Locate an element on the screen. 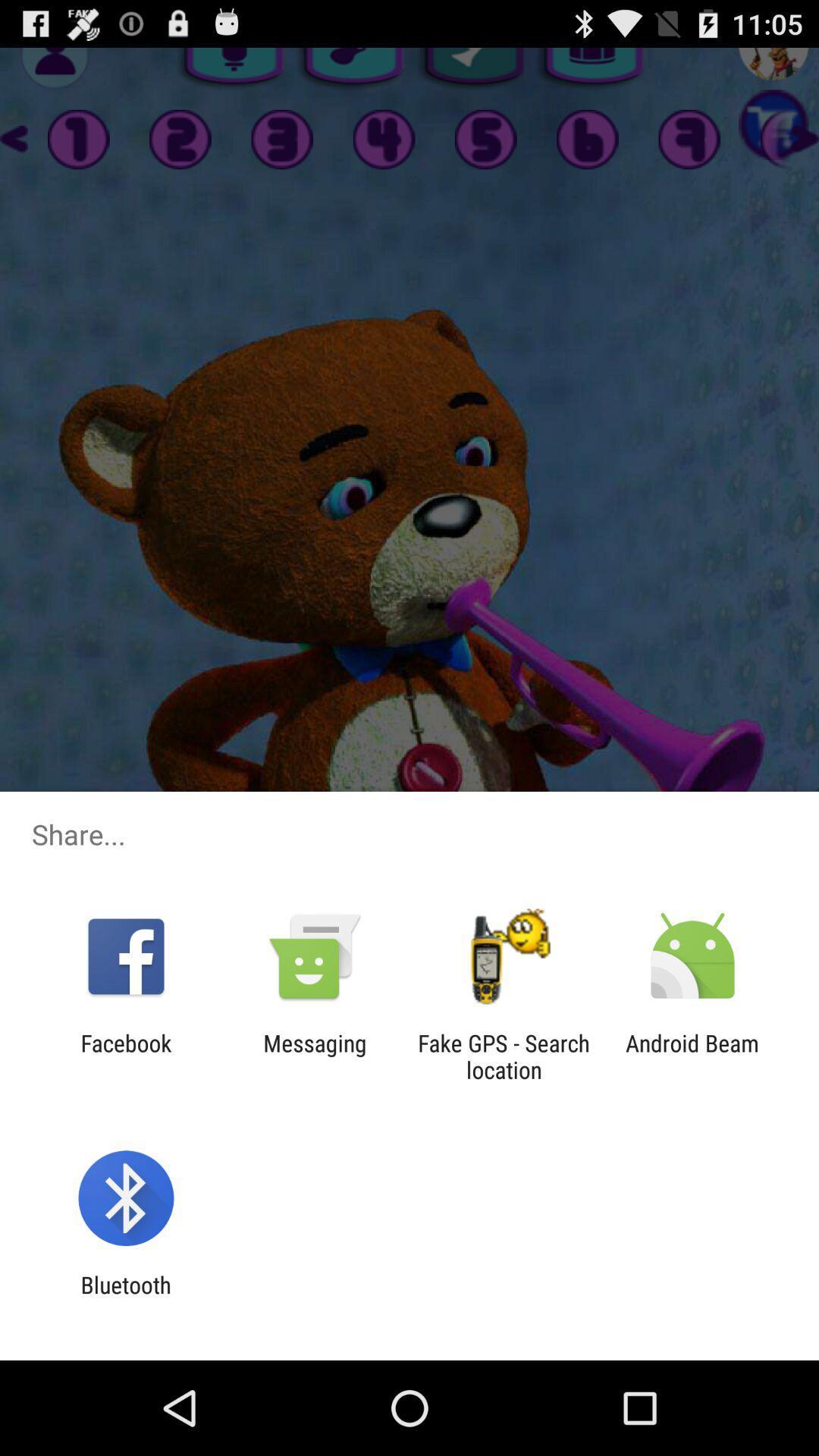 Image resolution: width=819 pixels, height=1456 pixels. icon to the right of facebook item is located at coordinates (314, 1056).